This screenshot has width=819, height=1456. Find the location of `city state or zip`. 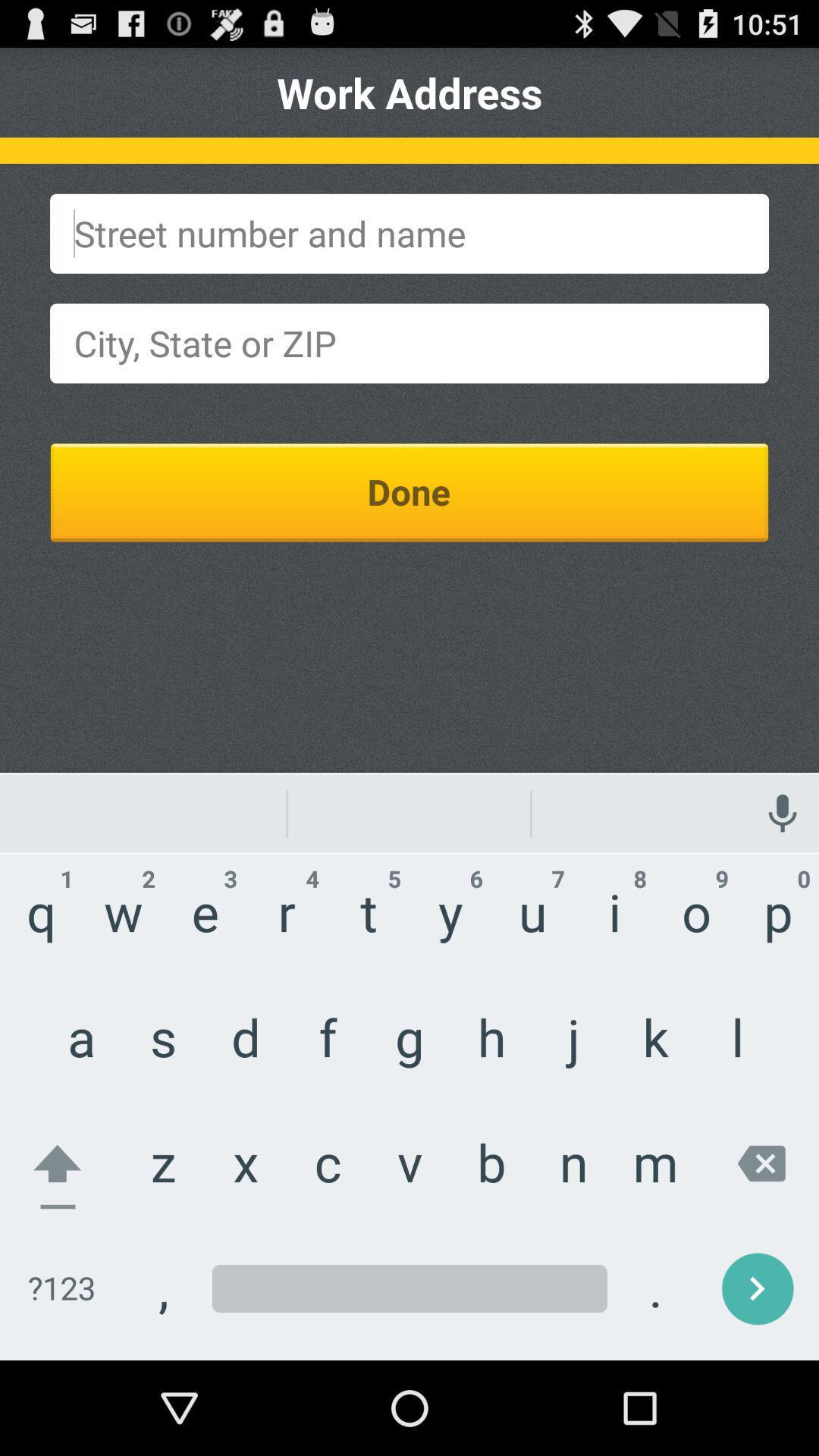

city state or zip is located at coordinates (409, 342).